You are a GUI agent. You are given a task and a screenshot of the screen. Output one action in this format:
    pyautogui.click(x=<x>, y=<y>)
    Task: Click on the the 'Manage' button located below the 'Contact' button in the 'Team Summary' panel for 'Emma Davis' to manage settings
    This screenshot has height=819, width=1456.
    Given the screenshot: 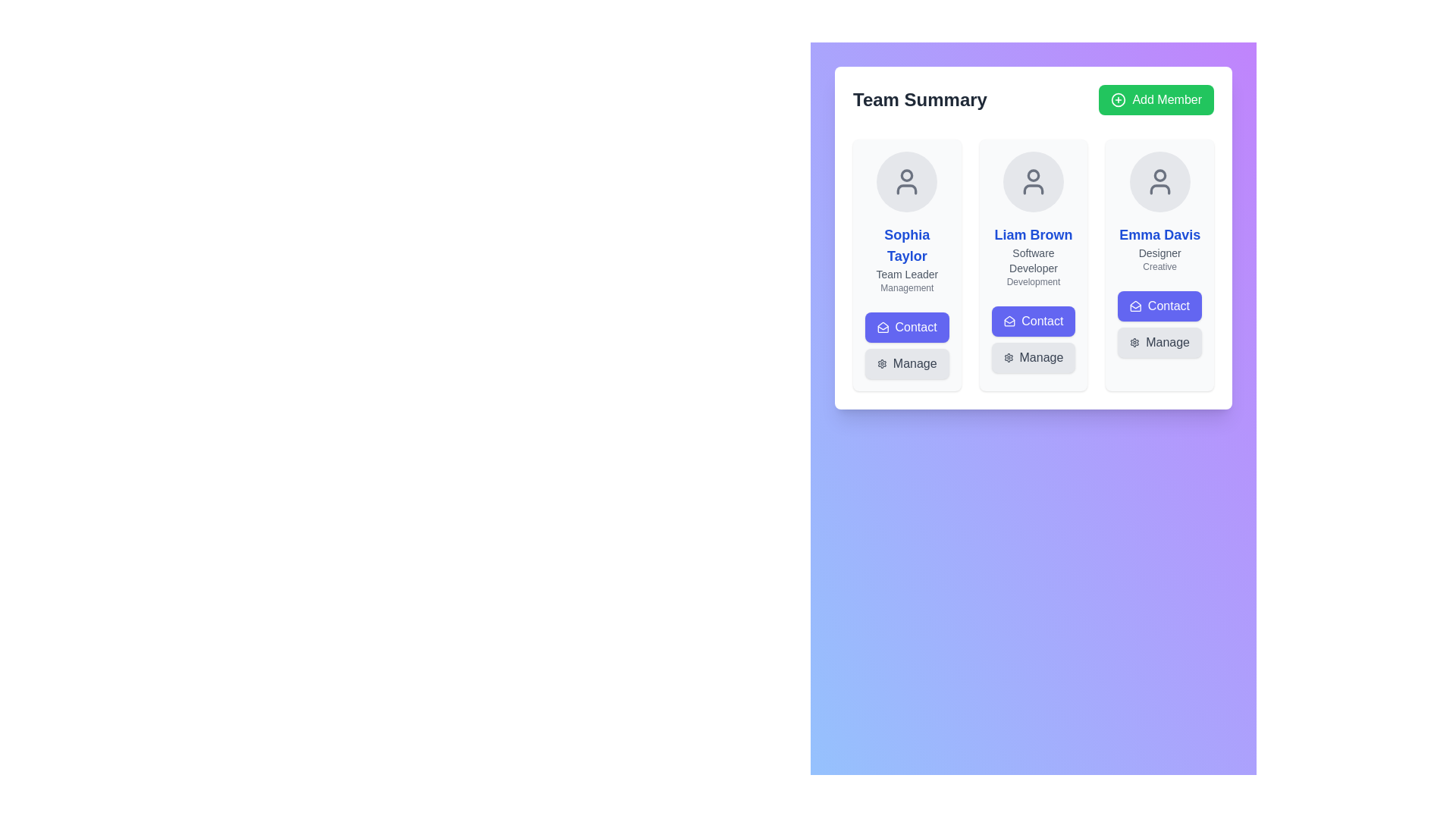 What is the action you would take?
    pyautogui.click(x=1159, y=342)
    